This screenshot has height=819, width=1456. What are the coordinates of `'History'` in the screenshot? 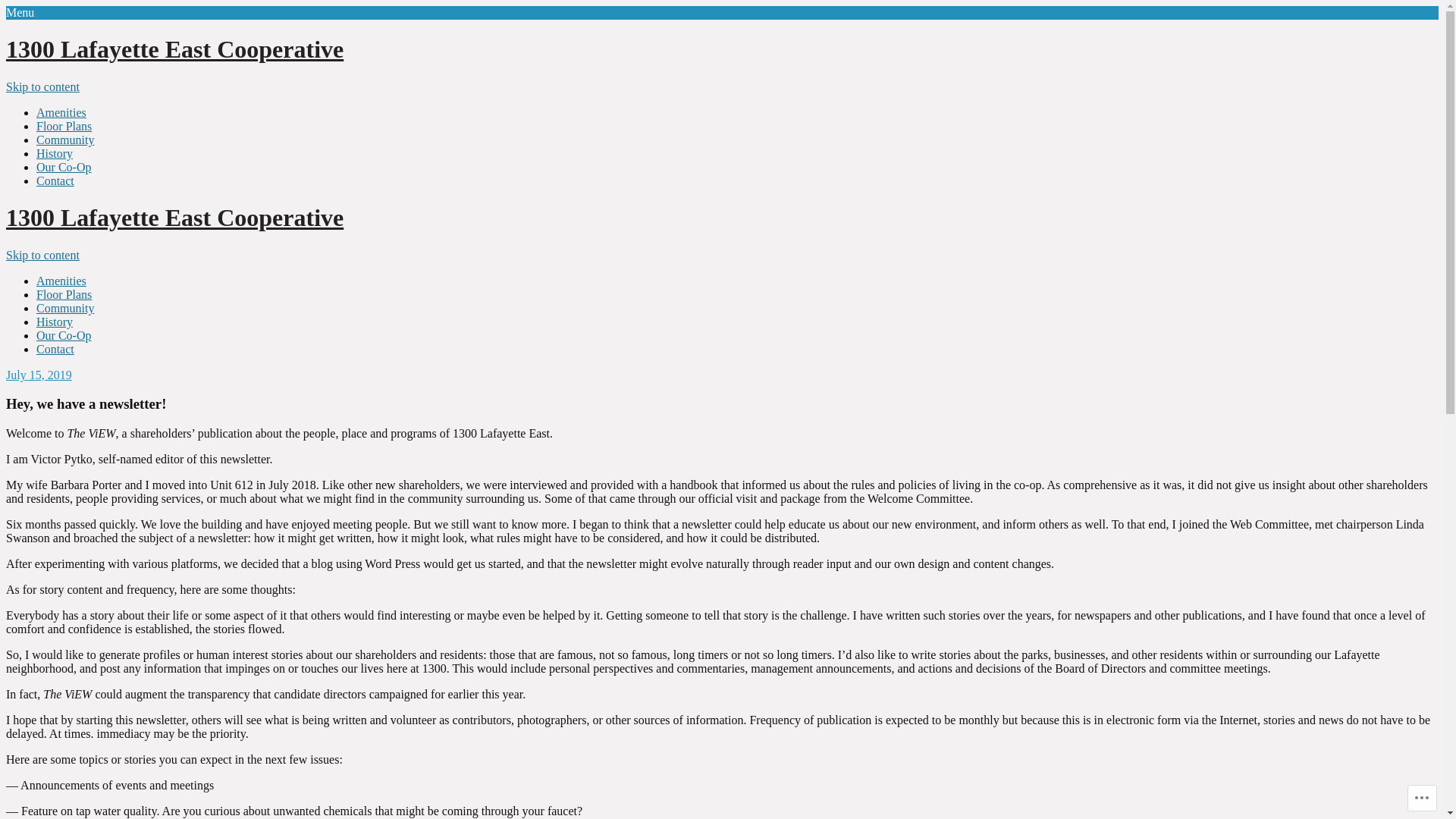 It's located at (55, 153).